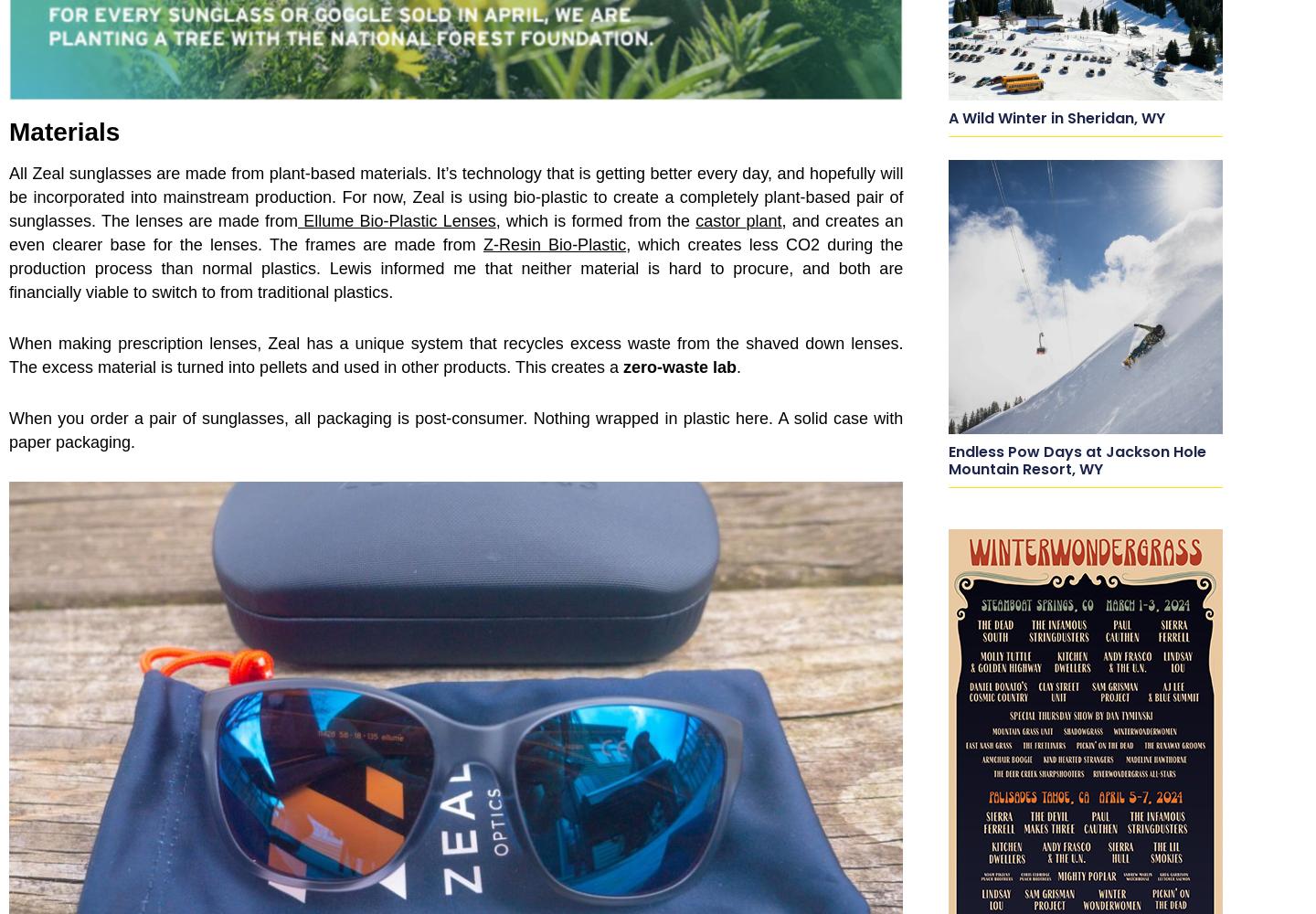 The image size is (1316, 914). Describe the element at coordinates (679, 367) in the screenshot. I see `'zero-waste lab'` at that location.